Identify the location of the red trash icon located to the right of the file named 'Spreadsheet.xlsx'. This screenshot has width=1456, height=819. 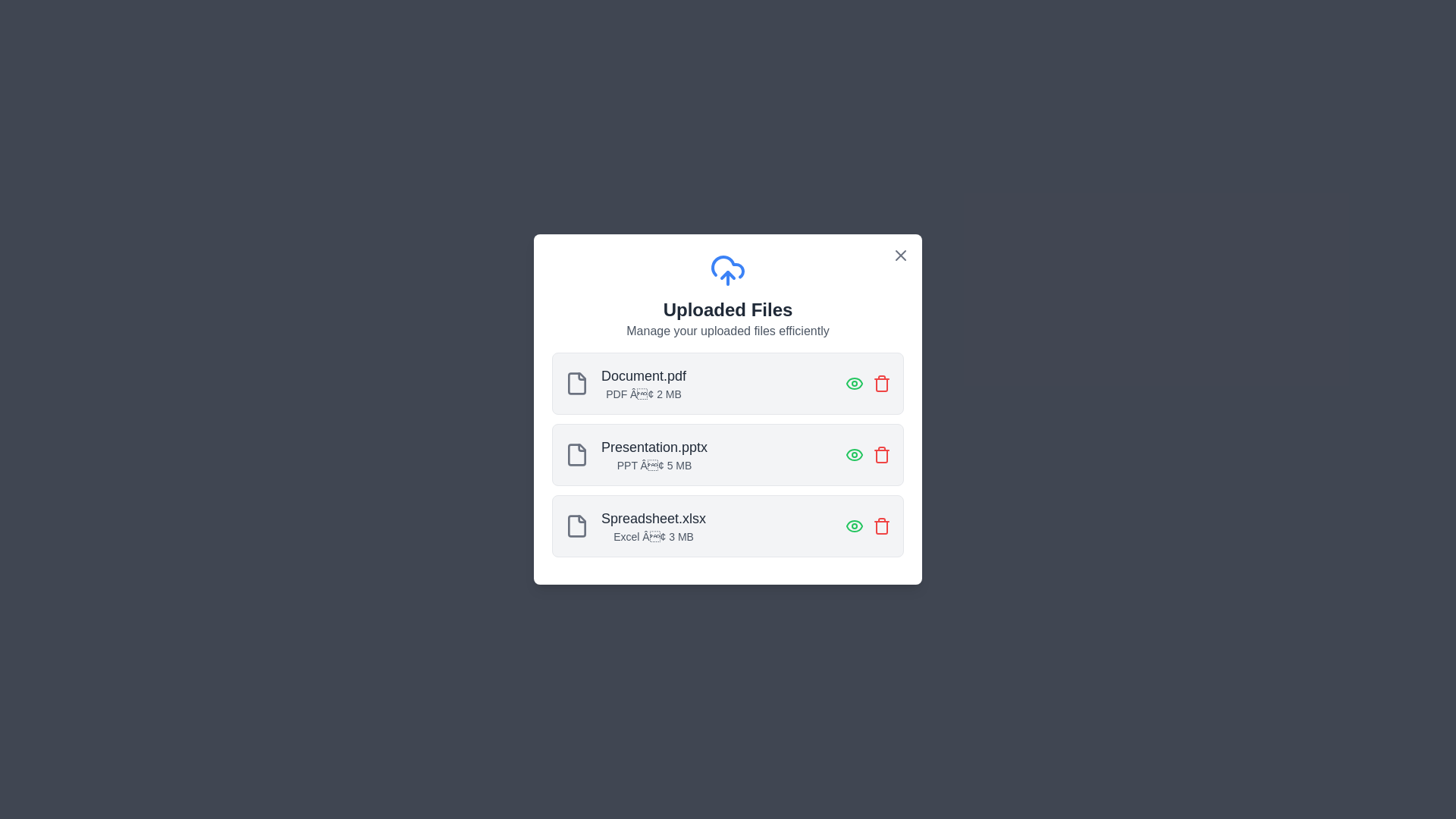
(881, 382).